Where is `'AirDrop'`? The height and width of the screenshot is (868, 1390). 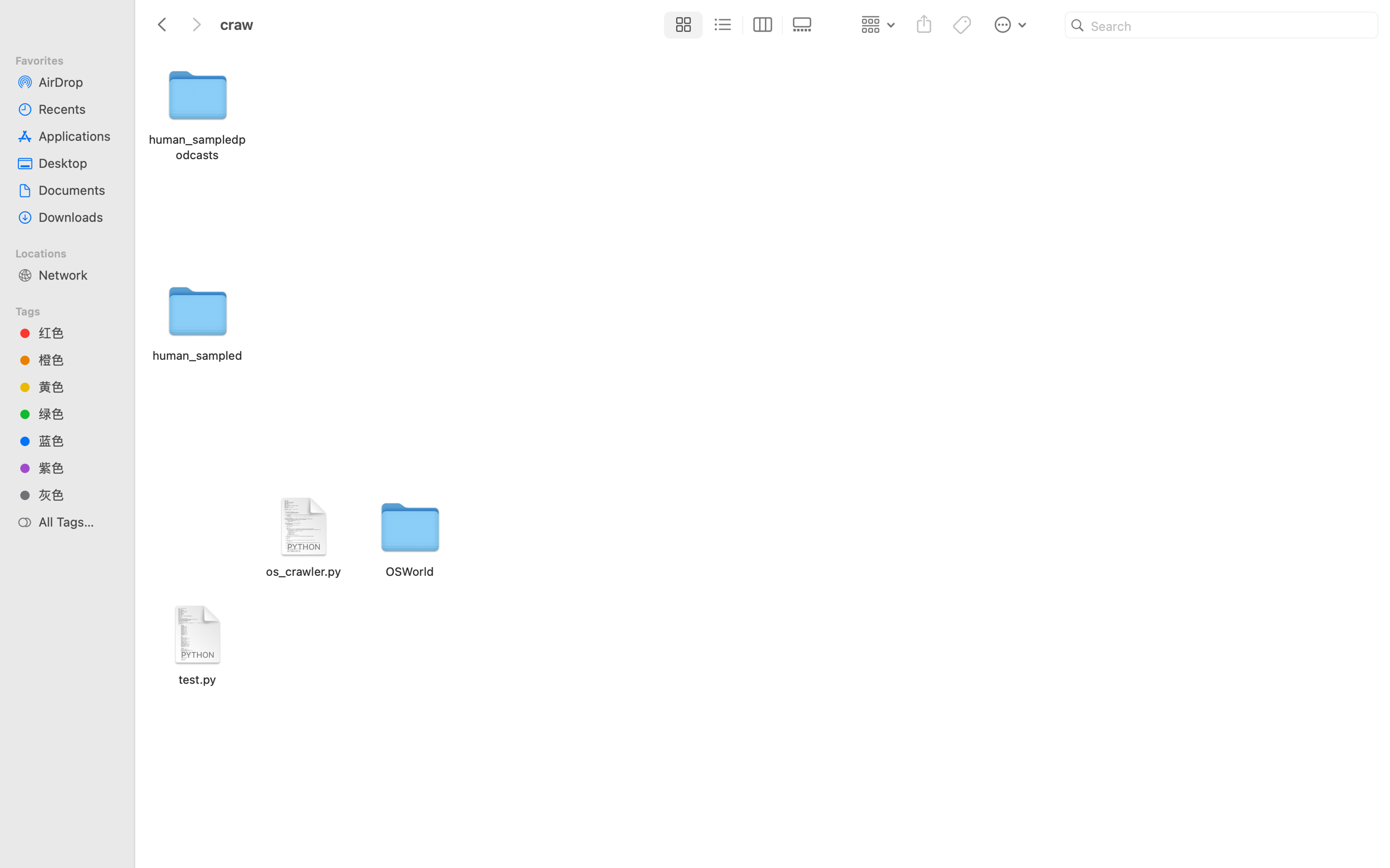
'AirDrop' is located at coordinates (77, 81).